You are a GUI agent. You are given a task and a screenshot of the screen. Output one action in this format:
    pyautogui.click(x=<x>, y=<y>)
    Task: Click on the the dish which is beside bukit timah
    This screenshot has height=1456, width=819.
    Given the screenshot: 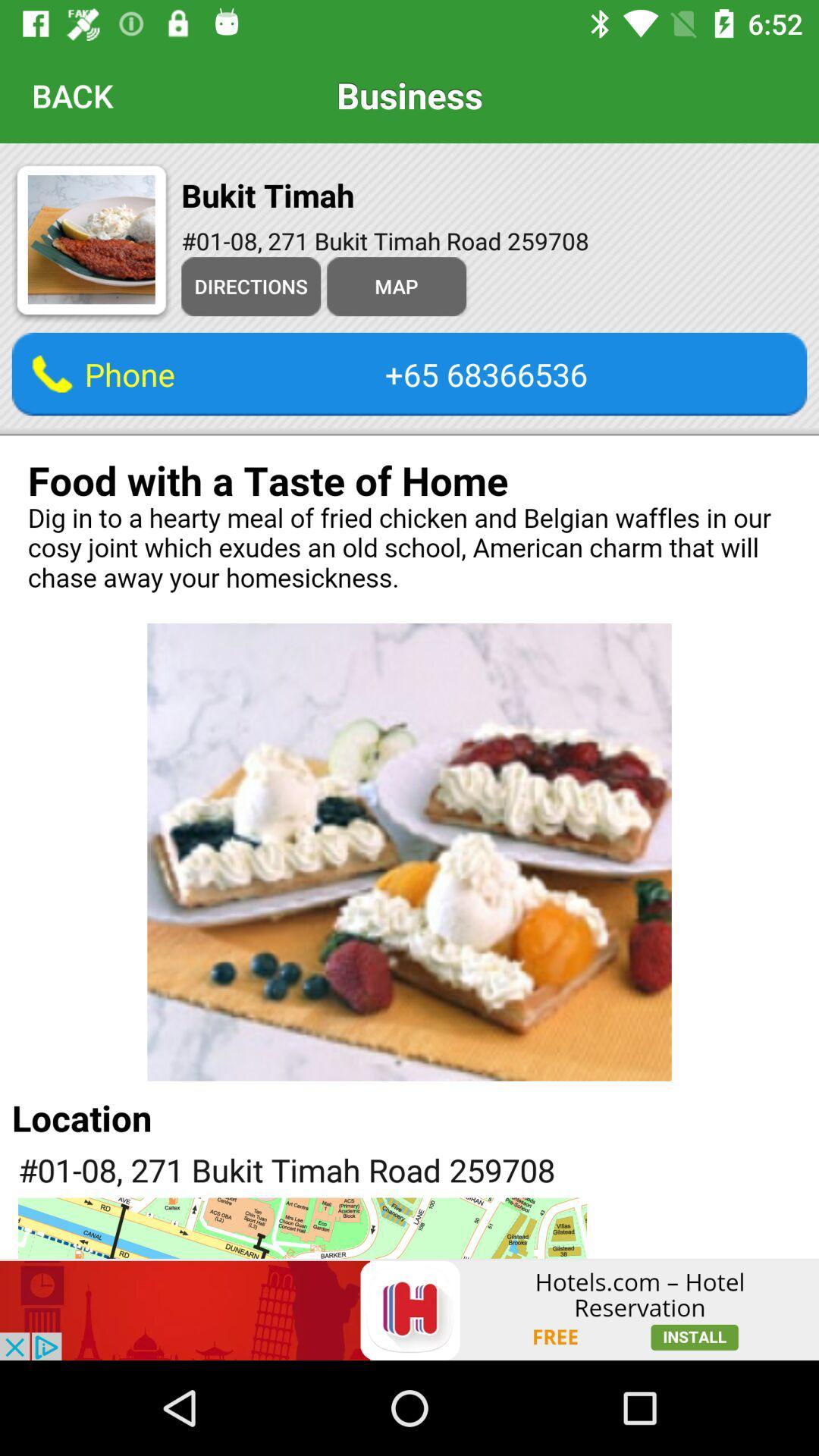 What is the action you would take?
    pyautogui.click(x=91, y=243)
    